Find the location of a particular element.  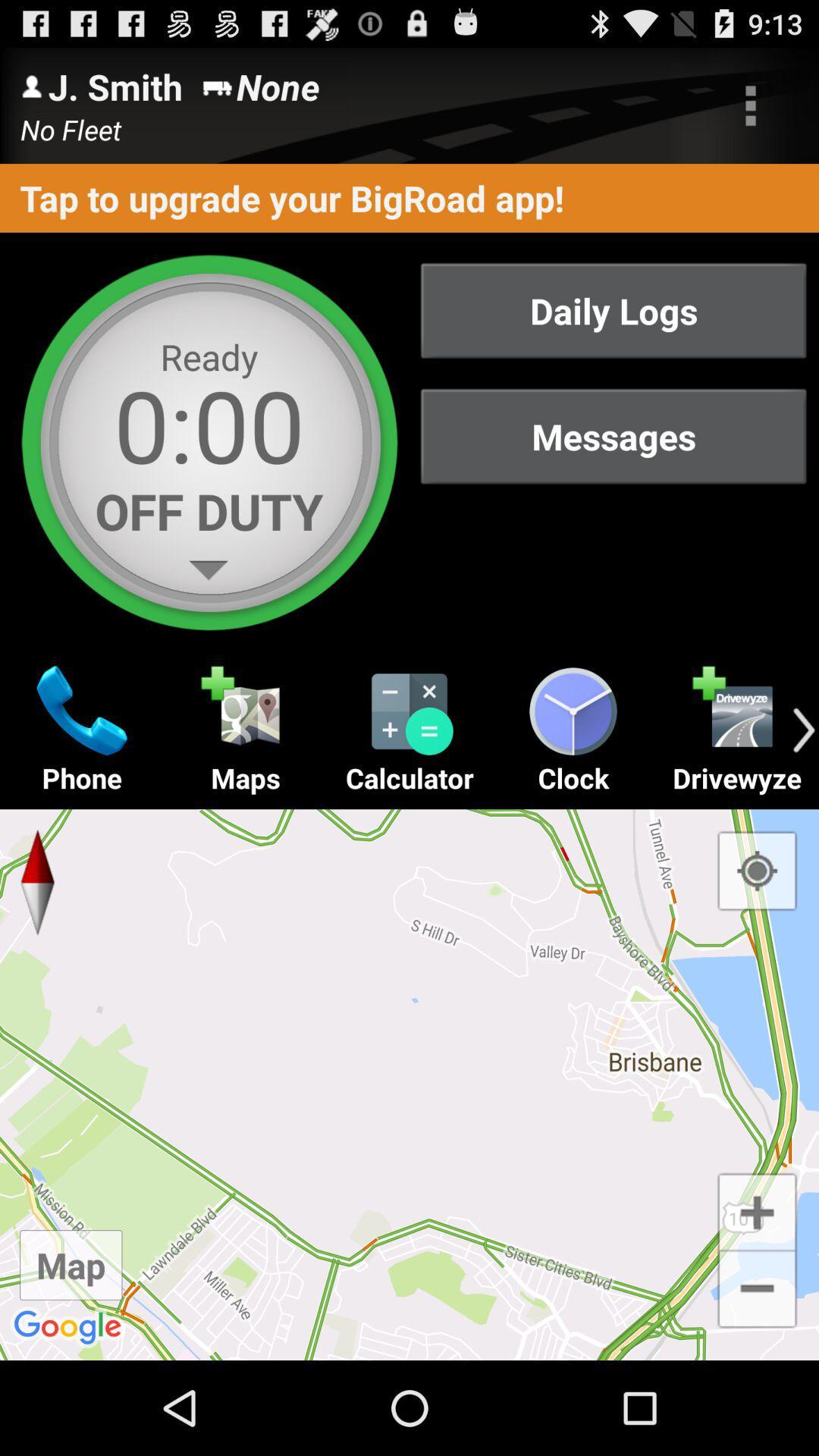

zoom is located at coordinates (757, 1210).